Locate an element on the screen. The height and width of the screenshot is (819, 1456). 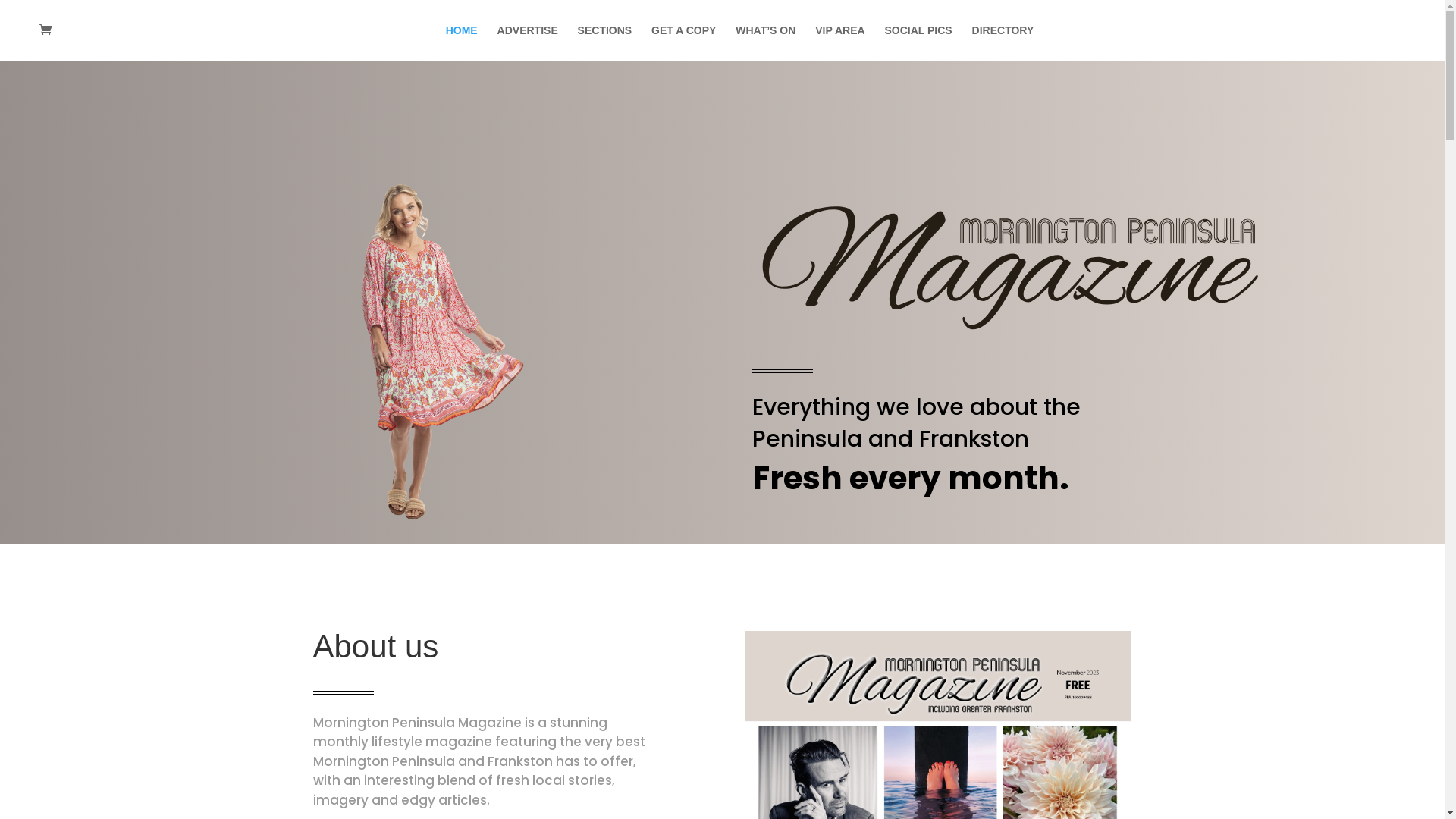
'yoko' is located at coordinates (433, 354).